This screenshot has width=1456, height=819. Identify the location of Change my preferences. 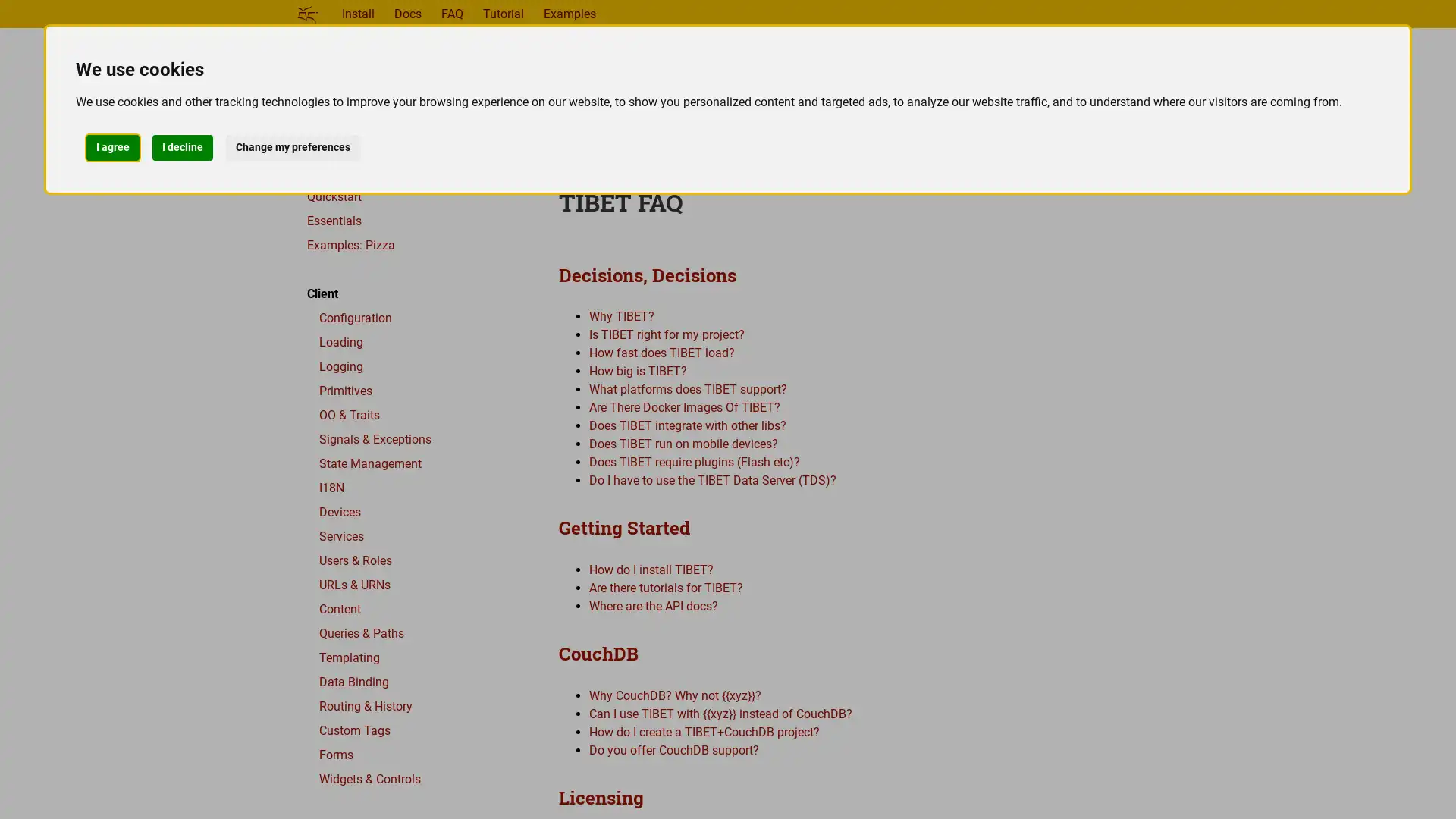
(293, 146).